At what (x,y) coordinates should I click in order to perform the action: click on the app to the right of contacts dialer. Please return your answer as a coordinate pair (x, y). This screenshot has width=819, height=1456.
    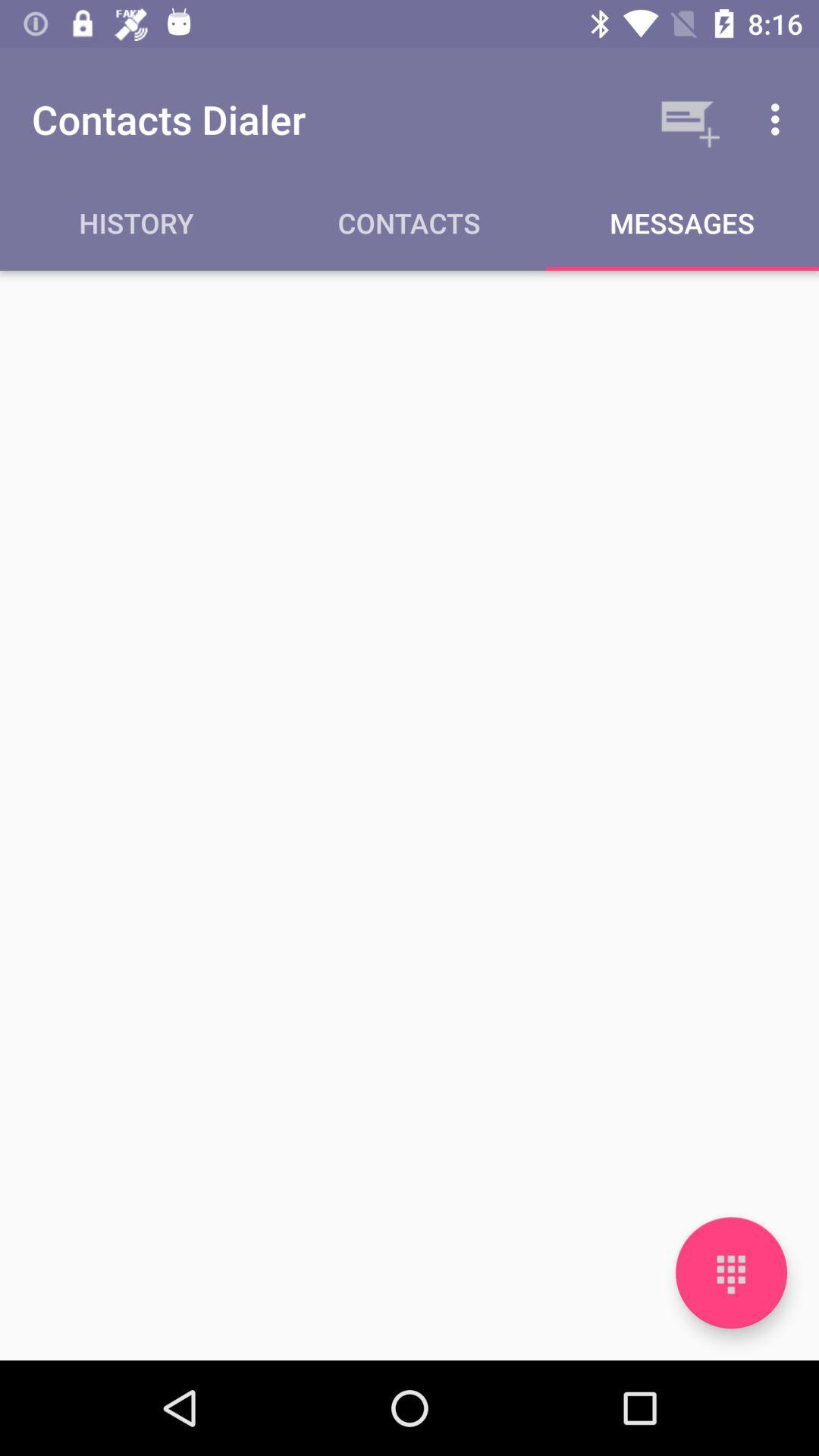
    Looking at the image, I should click on (687, 118).